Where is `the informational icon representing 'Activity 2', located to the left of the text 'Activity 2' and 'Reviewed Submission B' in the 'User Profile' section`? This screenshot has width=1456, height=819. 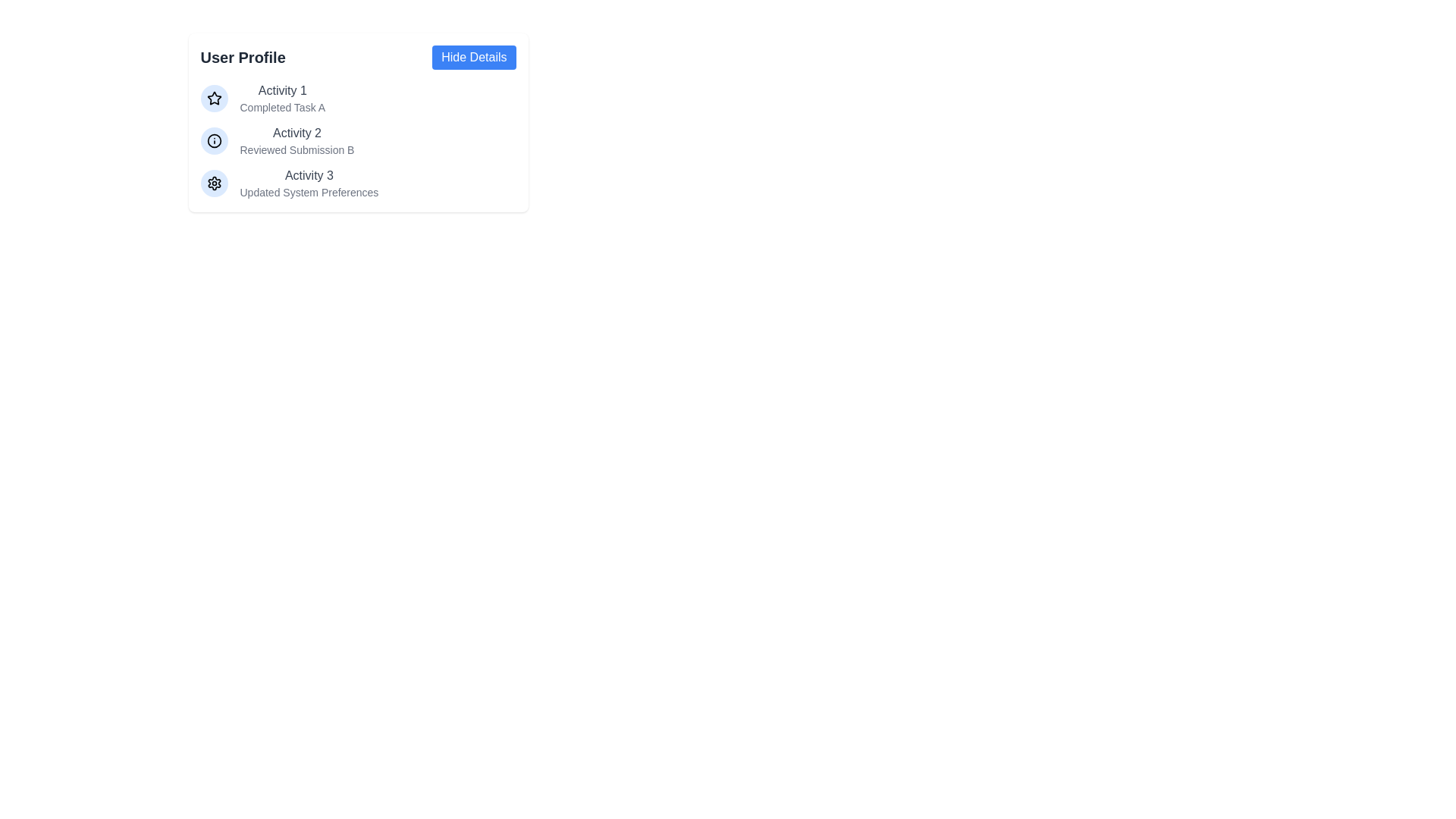
the informational icon representing 'Activity 2', located to the left of the text 'Activity 2' and 'Reviewed Submission B' in the 'User Profile' section is located at coordinates (213, 140).